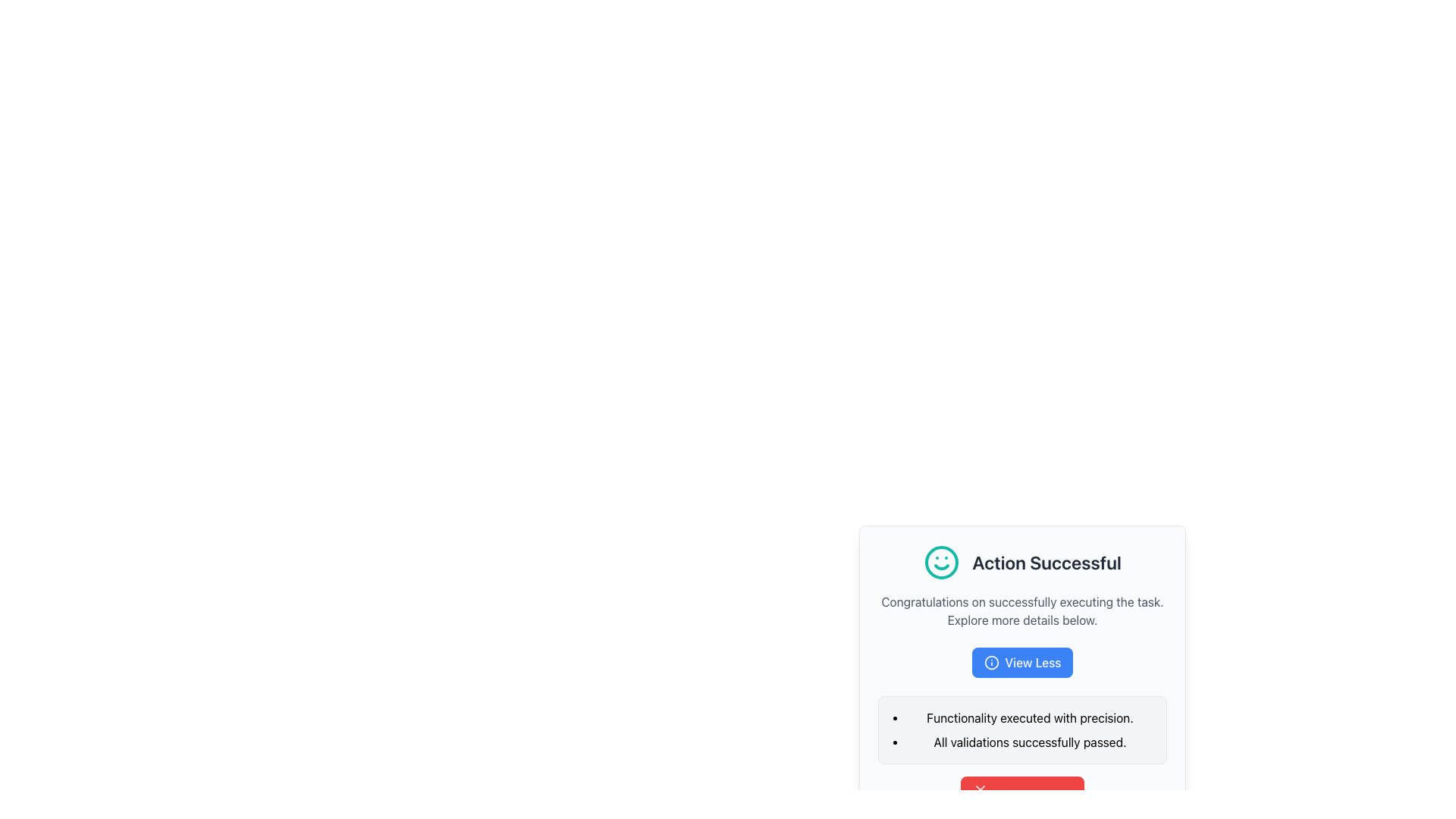 The height and width of the screenshot is (819, 1456). I want to click on the collapse button located below the descriptive text and above the styled message box, so click(1022, 662).